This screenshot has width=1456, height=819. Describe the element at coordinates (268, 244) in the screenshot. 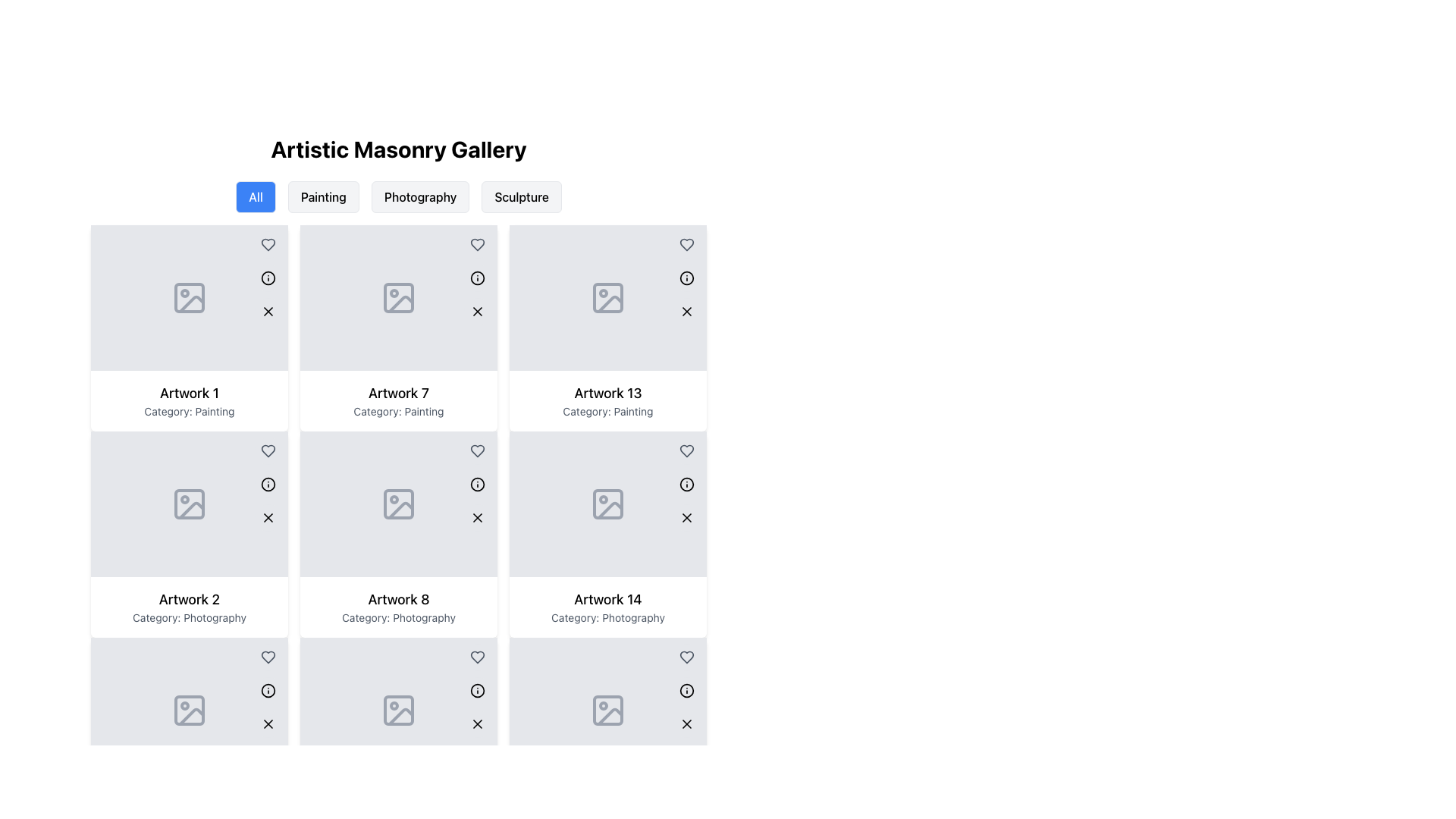

I see `the topmost heart icon in the vertical group of icons for 'Artwork 1' to mark it as a favorite` at that location.